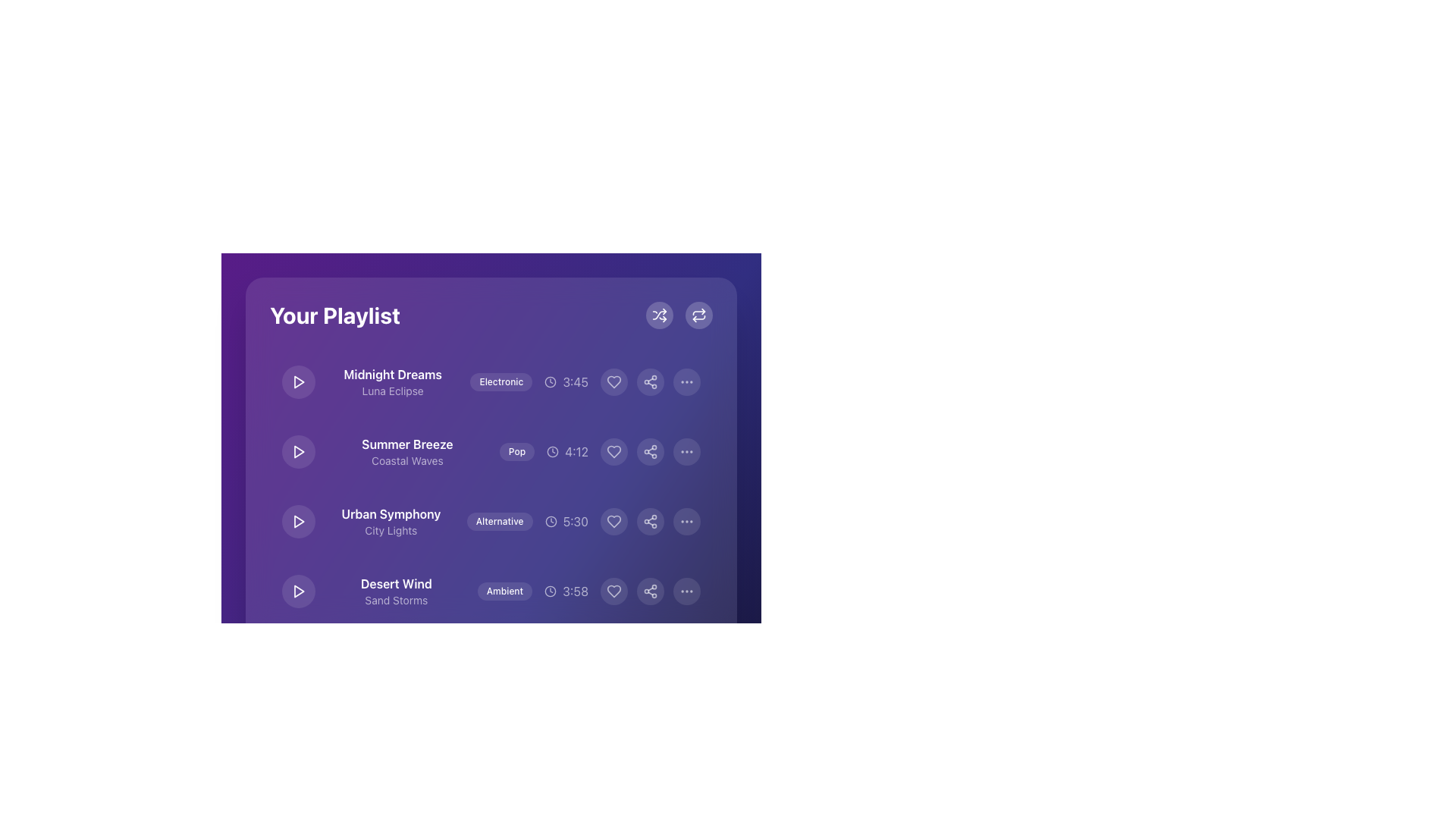 The height and width of the screenshot is (819, 1456). I want to click on the share icon, represented by a set of connected circular nodes forming a network graph, located in the 'Desert Wind' row to change its visual style, so click(651, 590).